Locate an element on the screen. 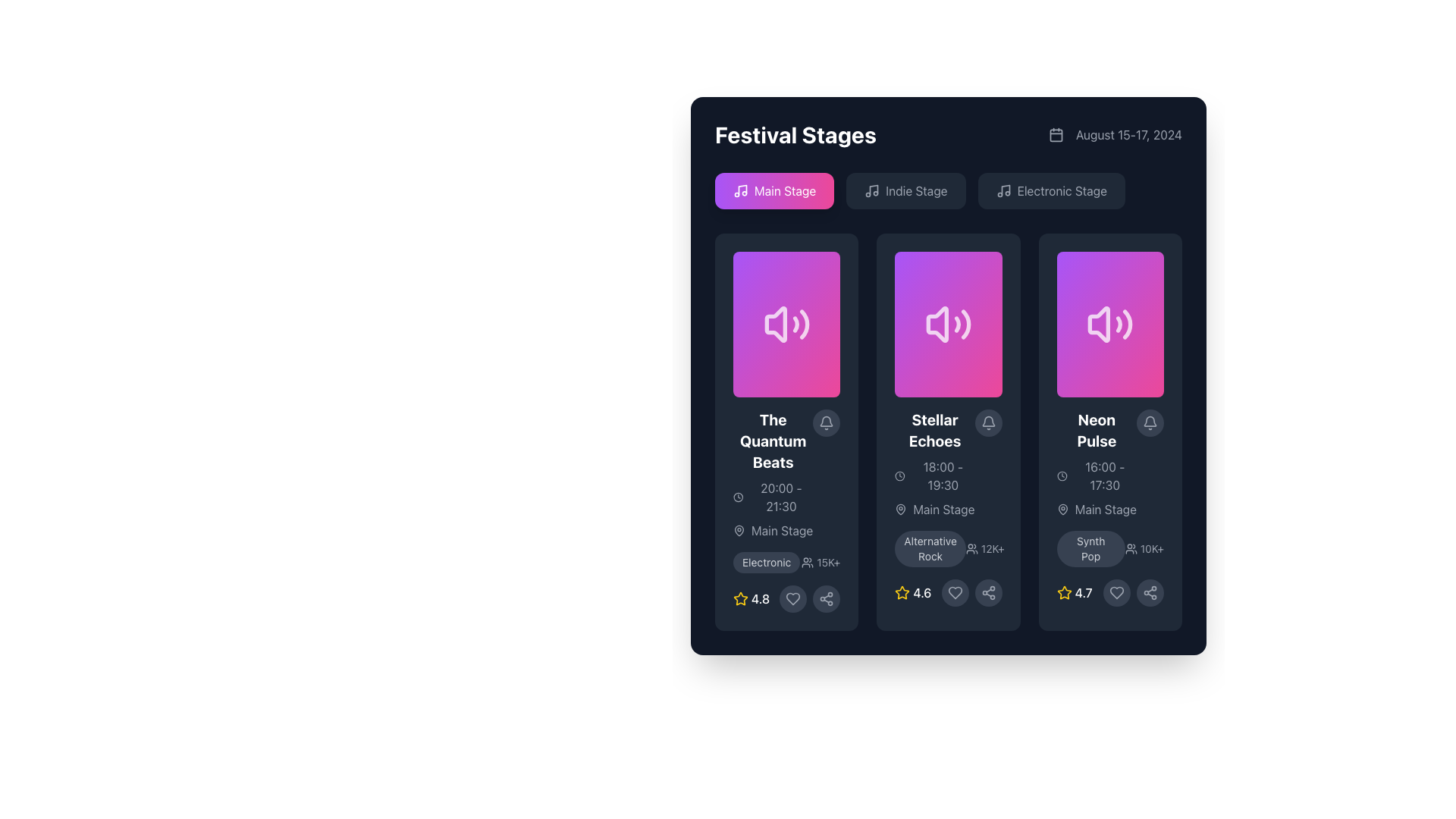 This screenshot has width=1456, height=819. the decorative icon representing the time range for the event 'Stellar Echoes', located in the second column of event cards above the text '18:00 - 19:30' is located at coordinates (900, 475).